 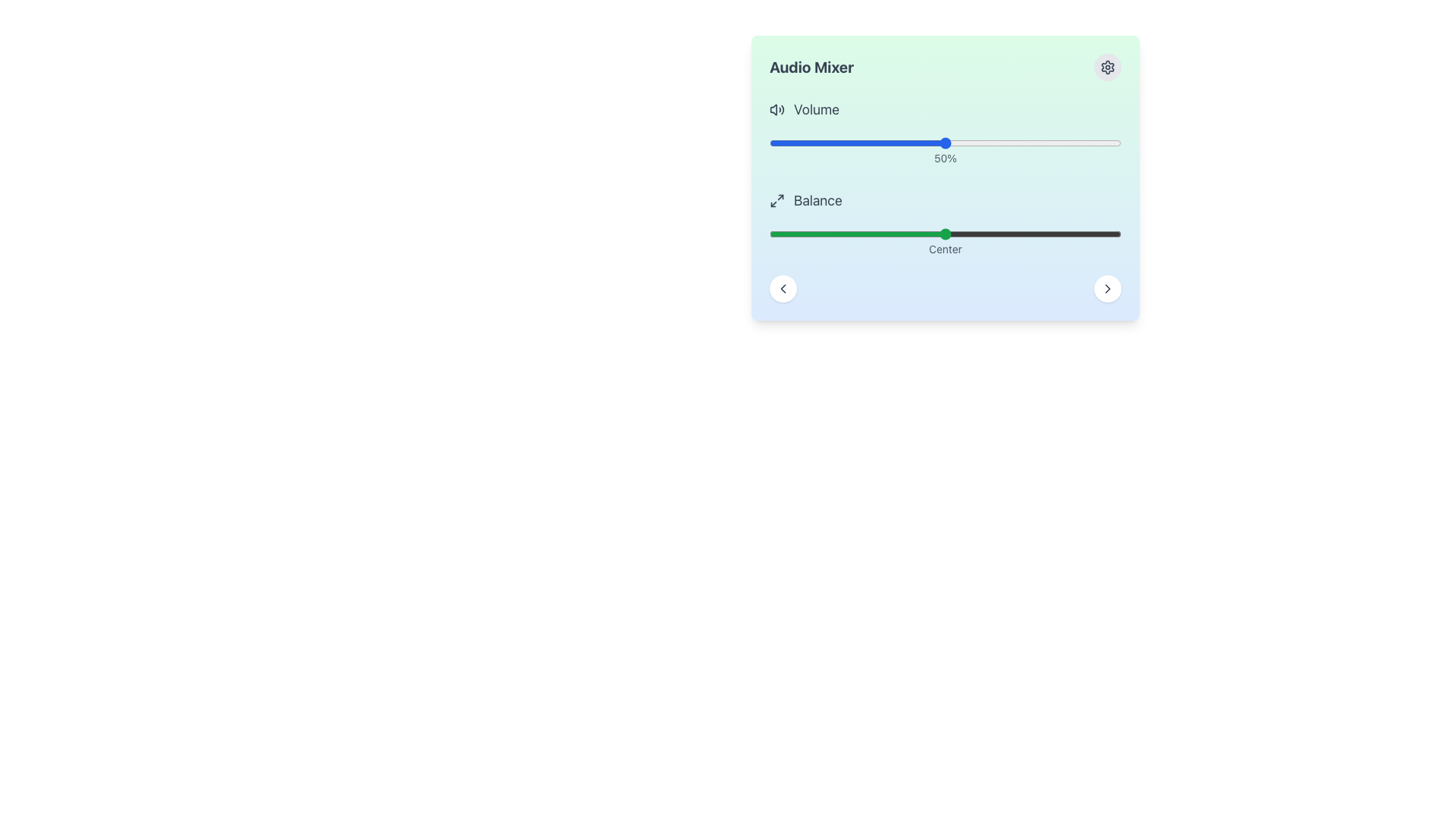 What do you see at coordinates (998, 143) in the screenshot?
I see `the volume` at bounding box center [998, 143].